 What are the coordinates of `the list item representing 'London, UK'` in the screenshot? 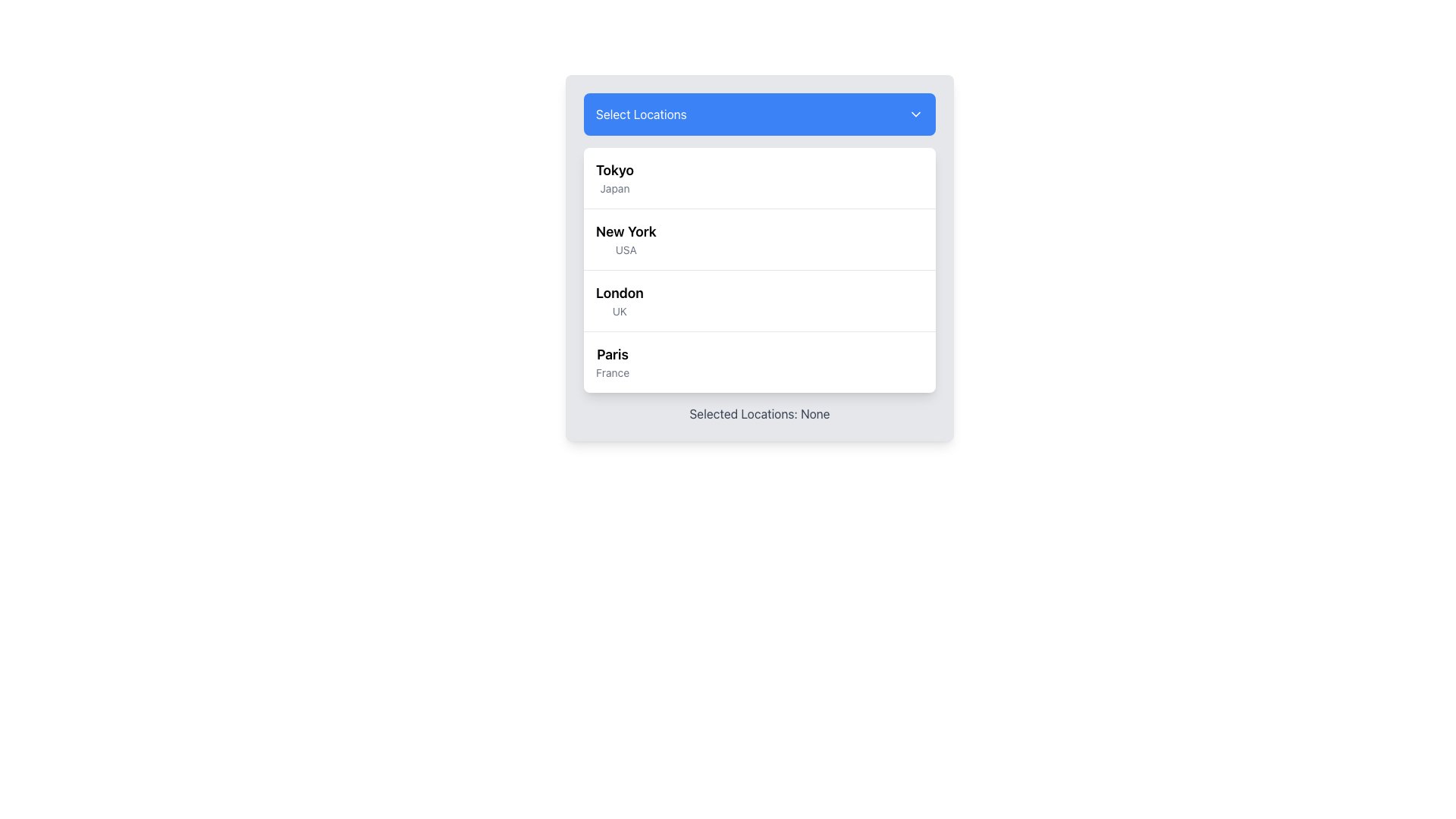 It's located at (760, 300).